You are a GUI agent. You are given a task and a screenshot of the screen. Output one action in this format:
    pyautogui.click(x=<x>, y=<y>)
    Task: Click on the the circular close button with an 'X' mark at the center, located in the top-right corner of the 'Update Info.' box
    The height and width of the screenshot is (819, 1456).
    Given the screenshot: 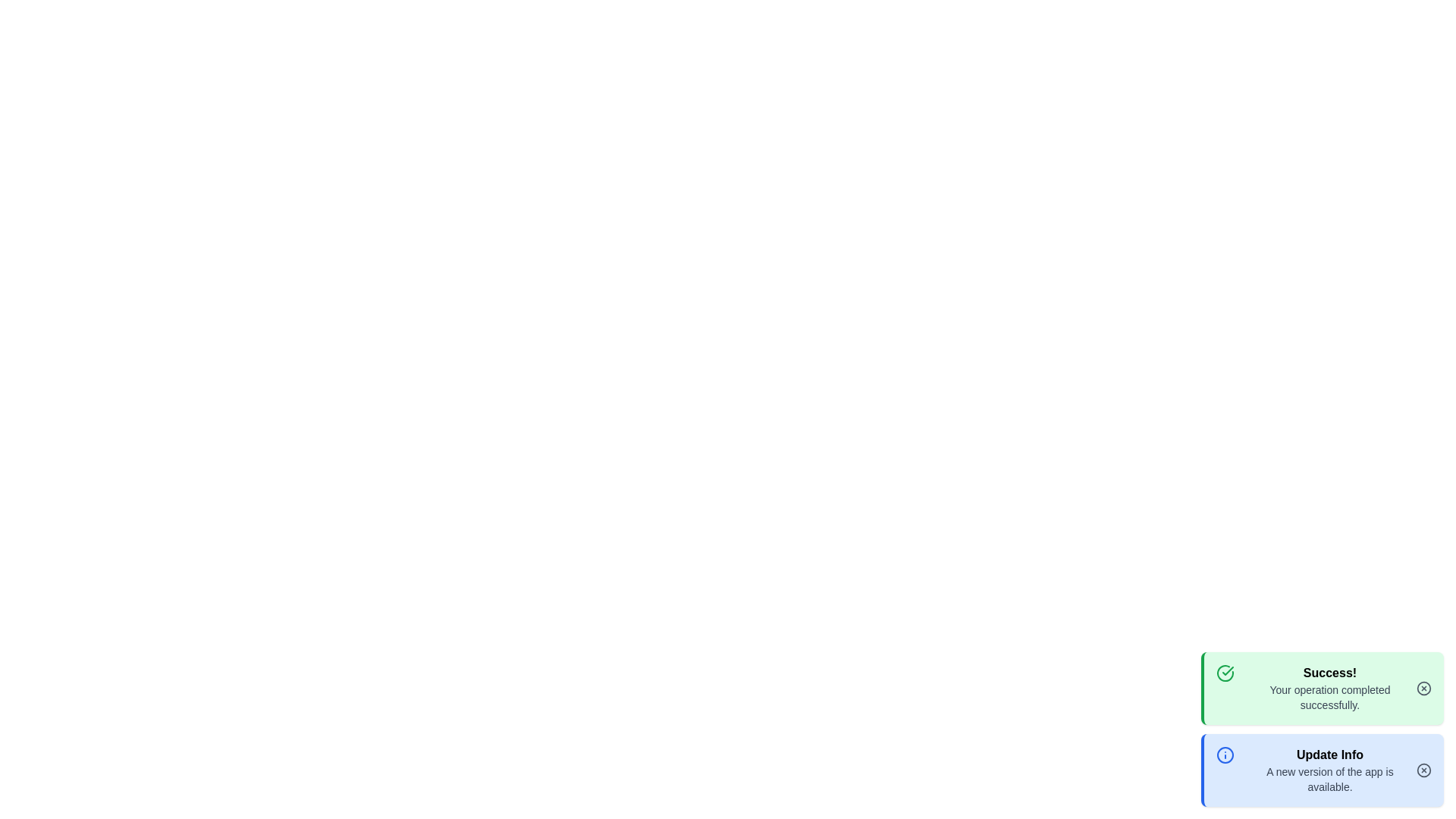 What is the action you would take?
    pyautogui.click(x=1423, y=770)
    